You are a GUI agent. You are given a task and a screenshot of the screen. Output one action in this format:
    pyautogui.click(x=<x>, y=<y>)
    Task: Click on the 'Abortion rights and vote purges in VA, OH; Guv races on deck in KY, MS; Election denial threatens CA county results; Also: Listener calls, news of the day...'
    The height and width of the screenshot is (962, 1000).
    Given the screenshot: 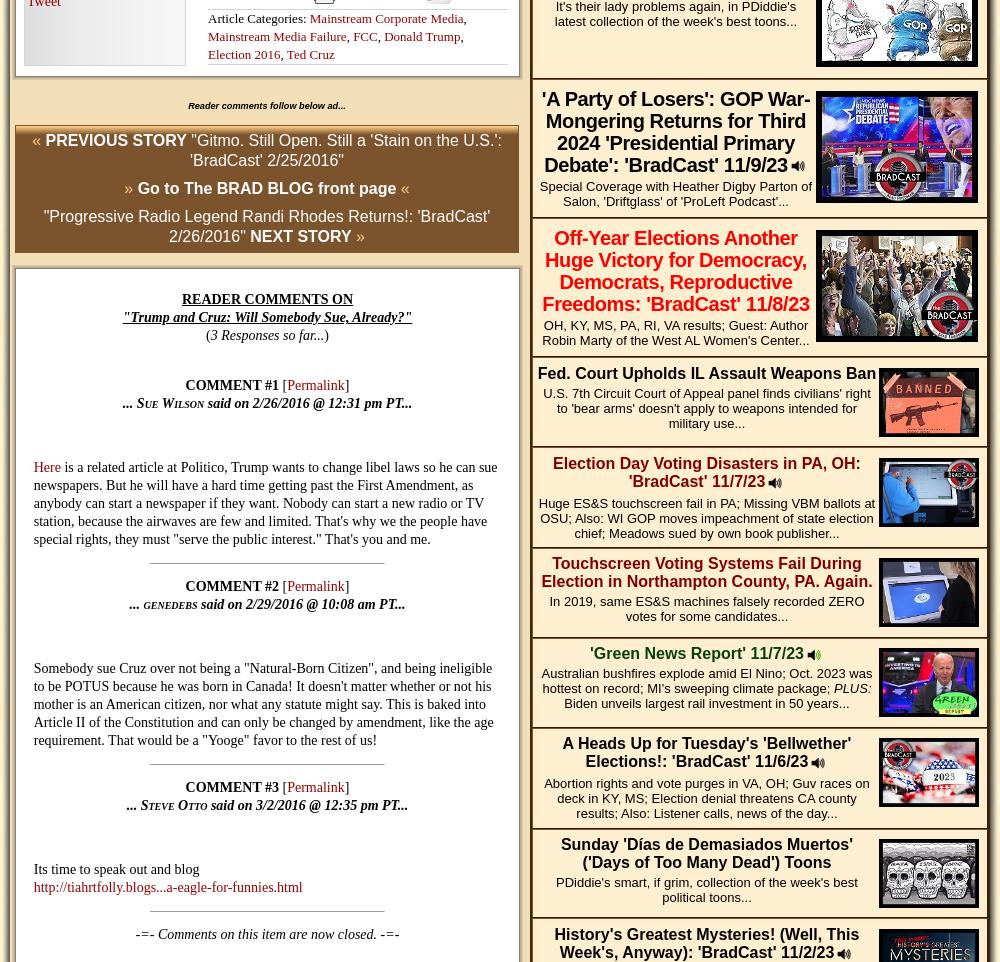 What is the action you would take?
    pyautogui.click(x=705, y=797)
    